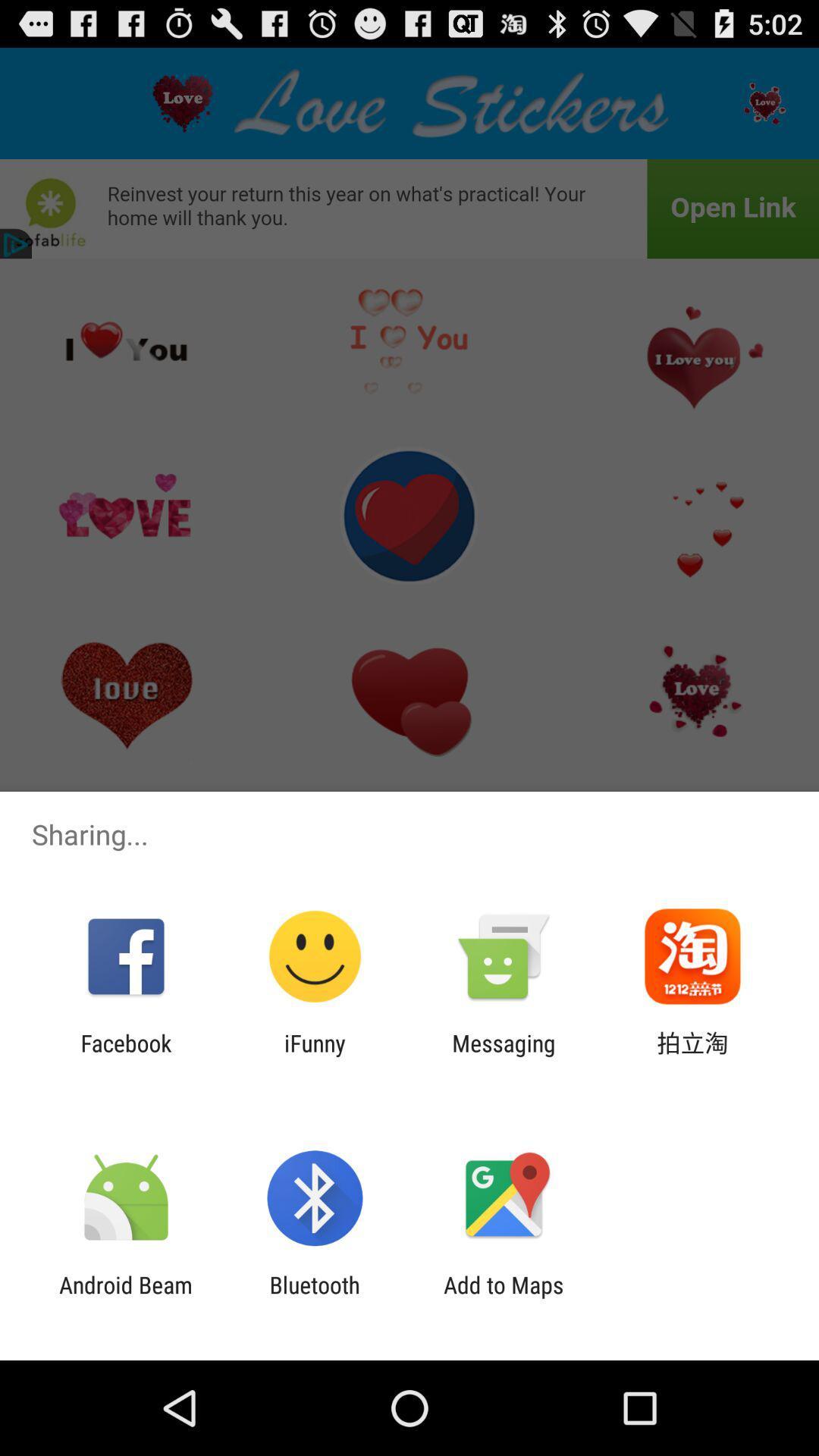 This screenshot has width=819, height=1456. I want to click on item next to the ifunny item, so click(125, 1056).